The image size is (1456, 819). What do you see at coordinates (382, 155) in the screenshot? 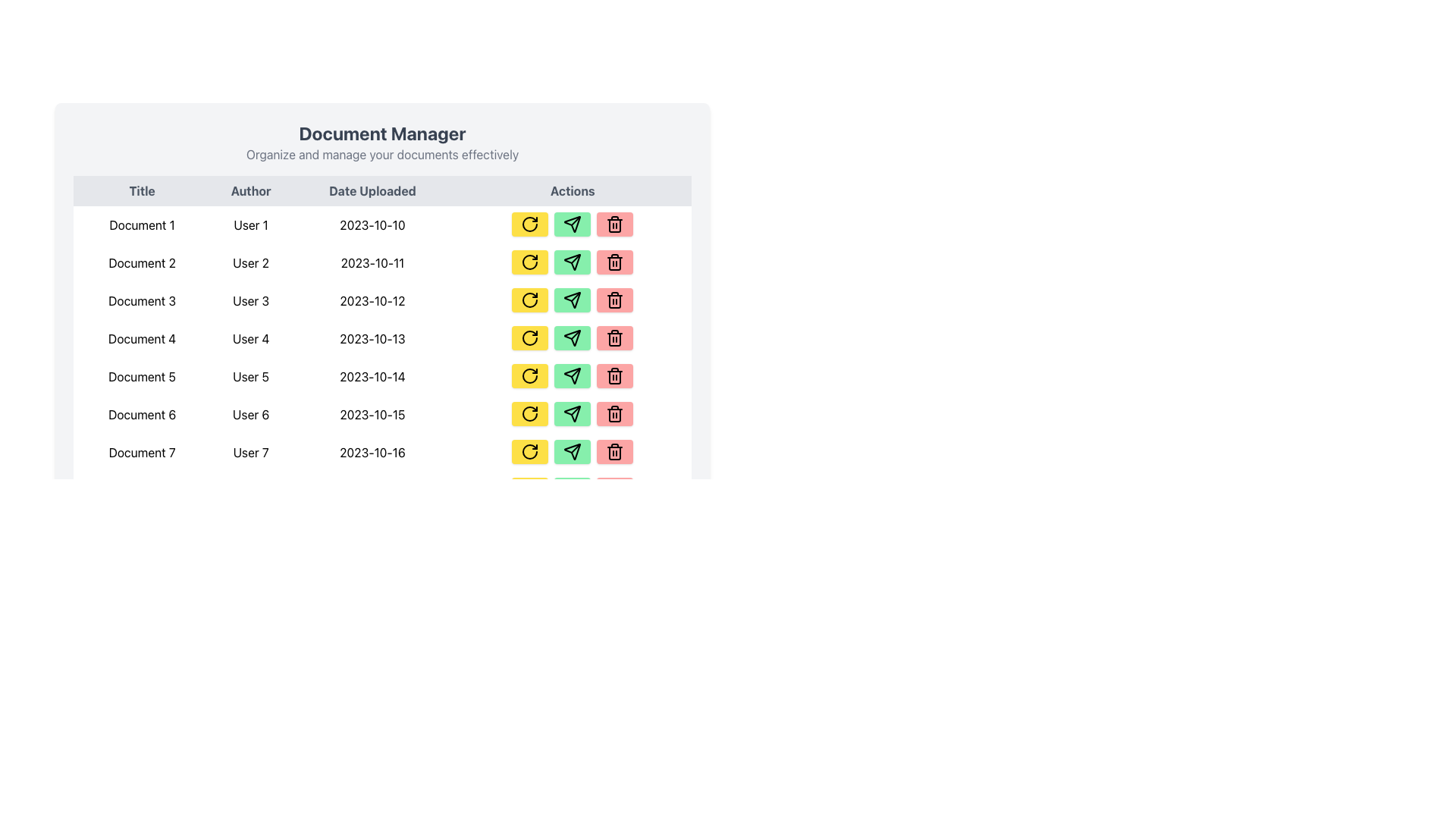
I see `the light gray text displaying 'Organize and manage your documents effectively,' which is positioned directly beneath the bold title 'Document Manager.'` at bounding box center [382, 155].